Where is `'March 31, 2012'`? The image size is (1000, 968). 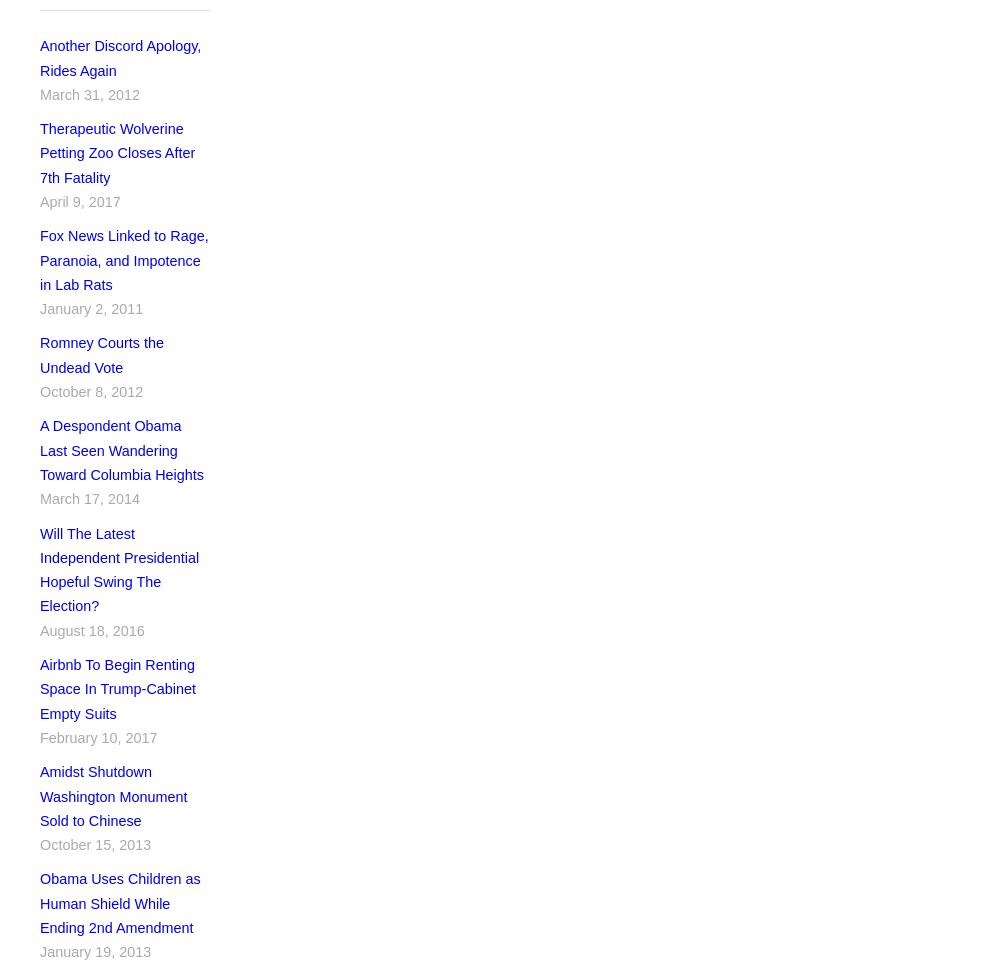 'March 31, 2012' is located at coordinates (40, 93).